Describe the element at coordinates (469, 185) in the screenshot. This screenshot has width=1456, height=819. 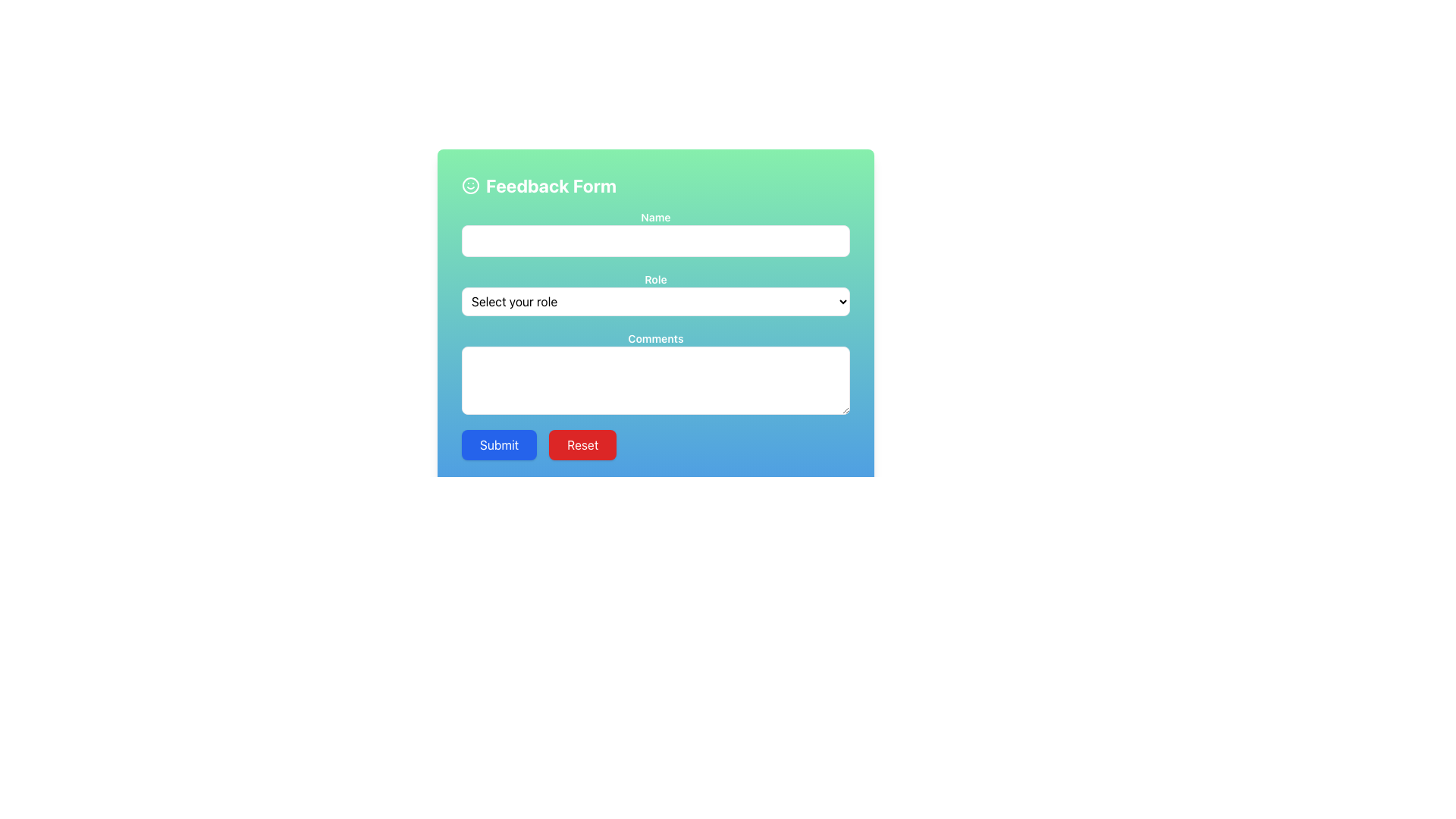
I see `the circular smiley face icon located to the left of the 'Feedback Form' text in the top header of the form interface` at that location.